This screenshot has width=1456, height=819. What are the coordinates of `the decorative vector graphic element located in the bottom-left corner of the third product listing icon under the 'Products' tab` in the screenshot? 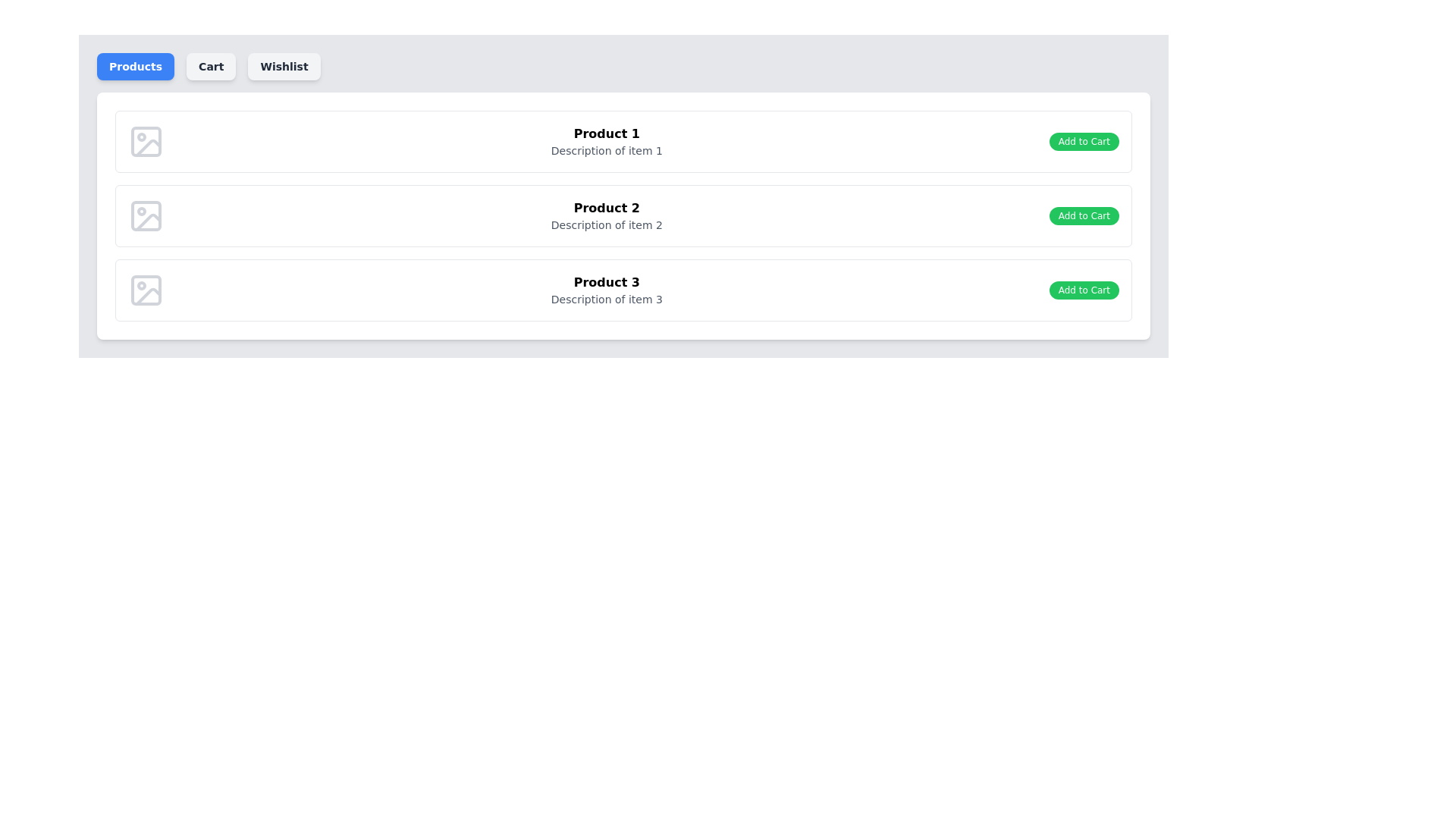 It's located at (149, 296).